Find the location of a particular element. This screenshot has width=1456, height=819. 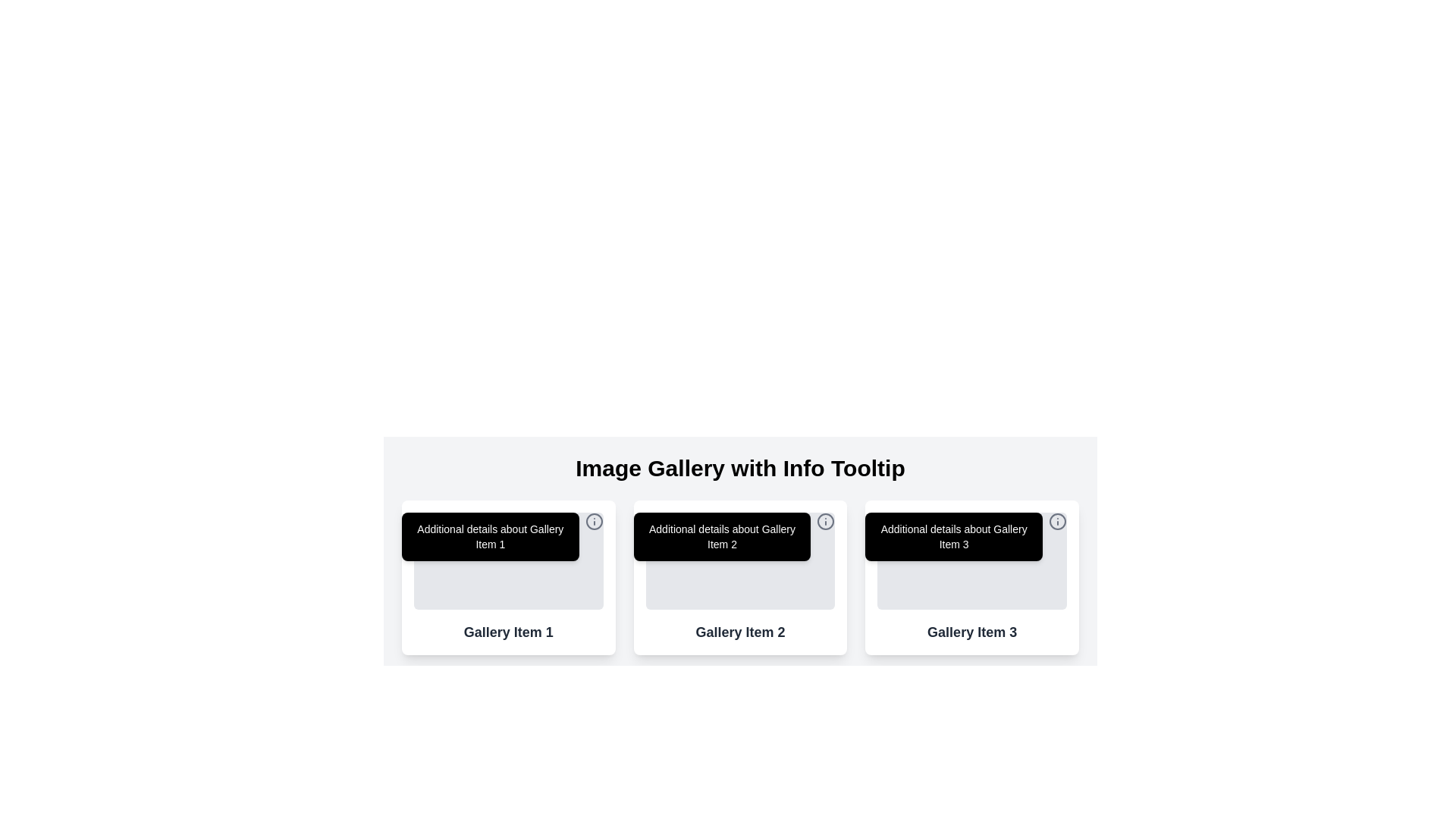

the visual state of the Circle element in the information icon located at the top-right corner of the second gallery item is located at coordinates (825, 520).